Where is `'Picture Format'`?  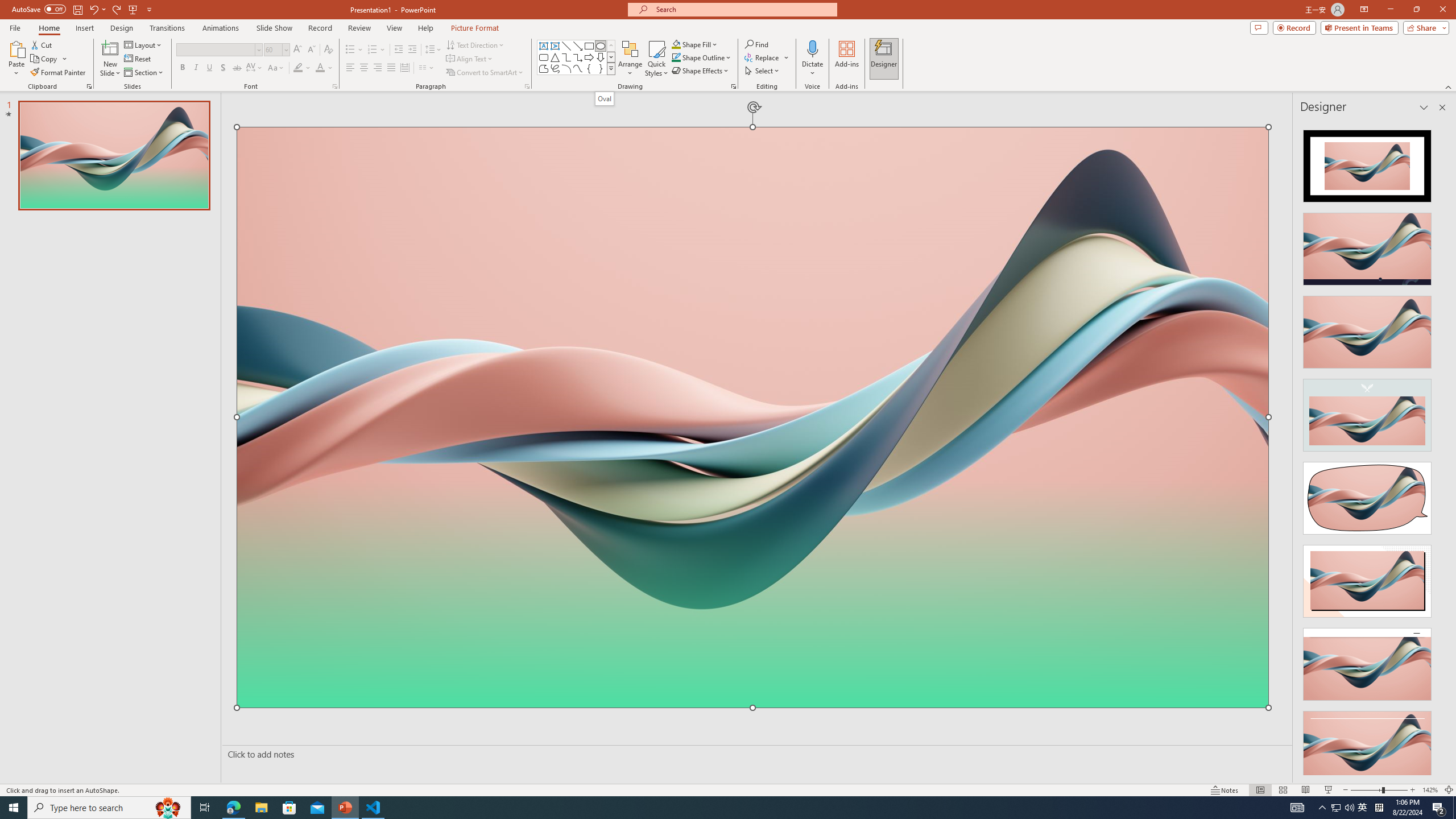
'Picture Format' is located at coordinates (475, 28).